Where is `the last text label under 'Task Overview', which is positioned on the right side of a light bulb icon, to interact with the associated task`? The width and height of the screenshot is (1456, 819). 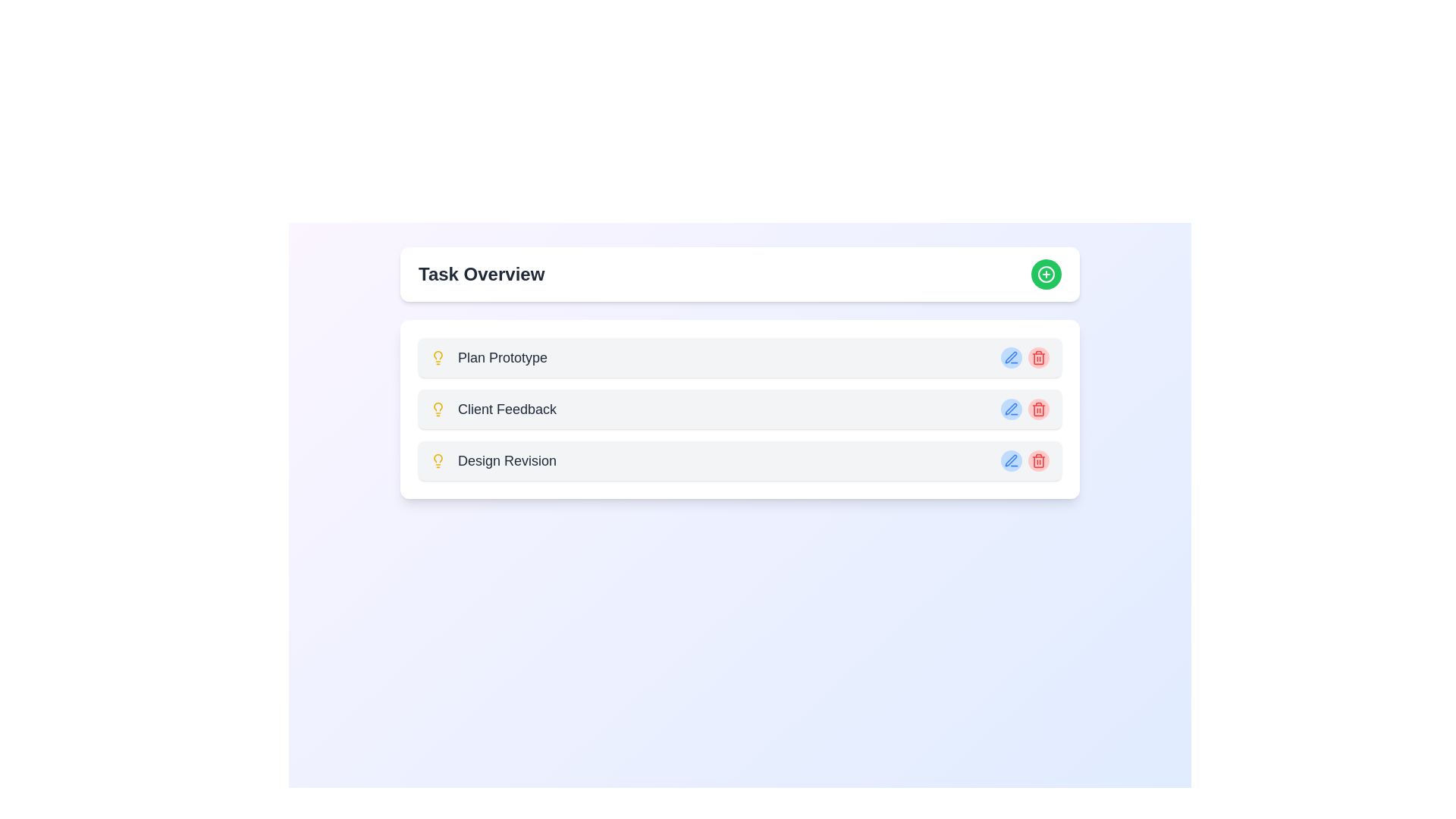 the last text label under 'Task Overview', which is positioned on the right side of a light bulb icon, to interact with the associated task is located at coordinates (507, 460).